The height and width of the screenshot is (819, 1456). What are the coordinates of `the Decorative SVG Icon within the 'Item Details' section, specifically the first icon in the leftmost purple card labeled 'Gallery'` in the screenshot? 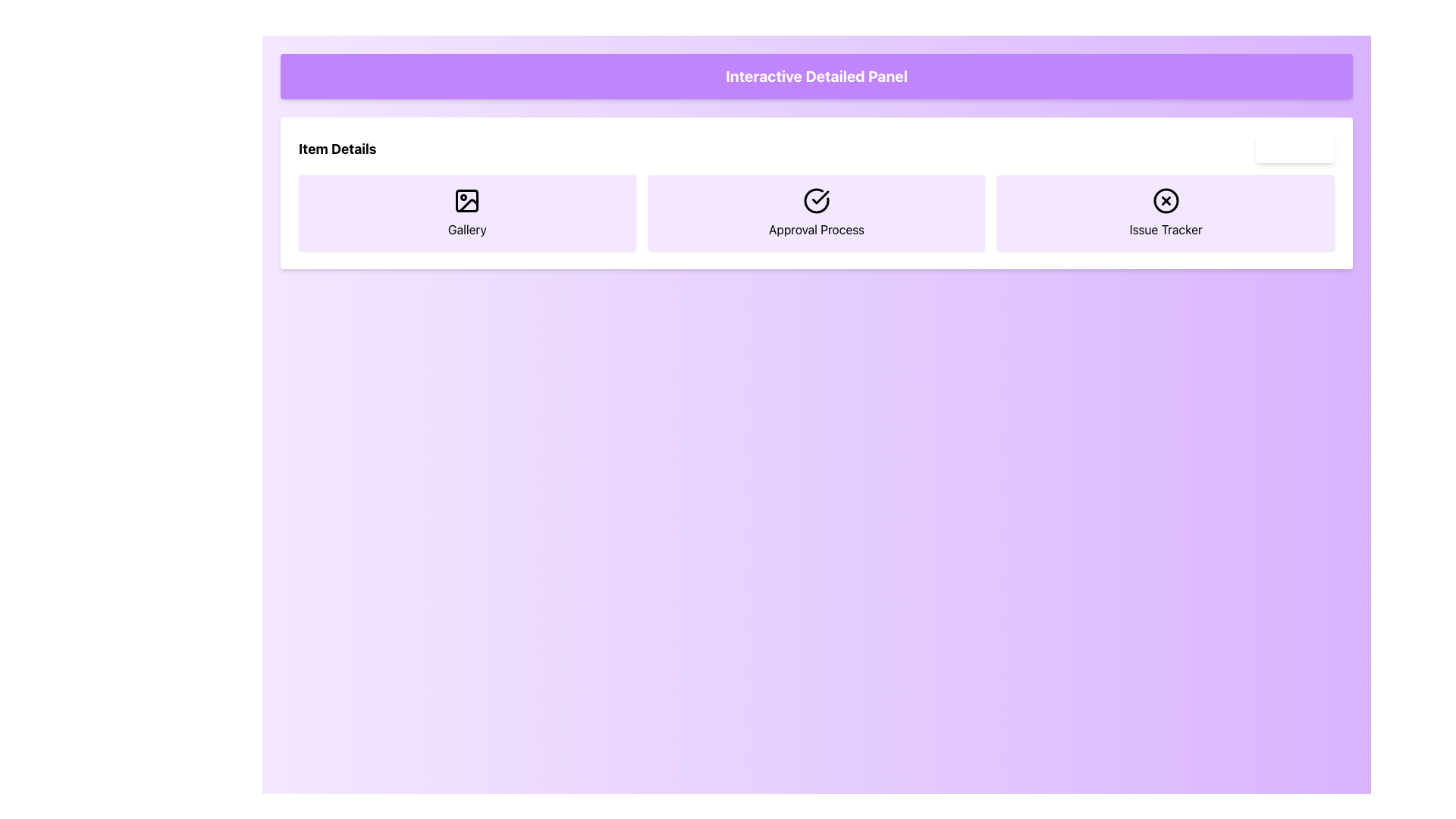 It's located at (466, 200).